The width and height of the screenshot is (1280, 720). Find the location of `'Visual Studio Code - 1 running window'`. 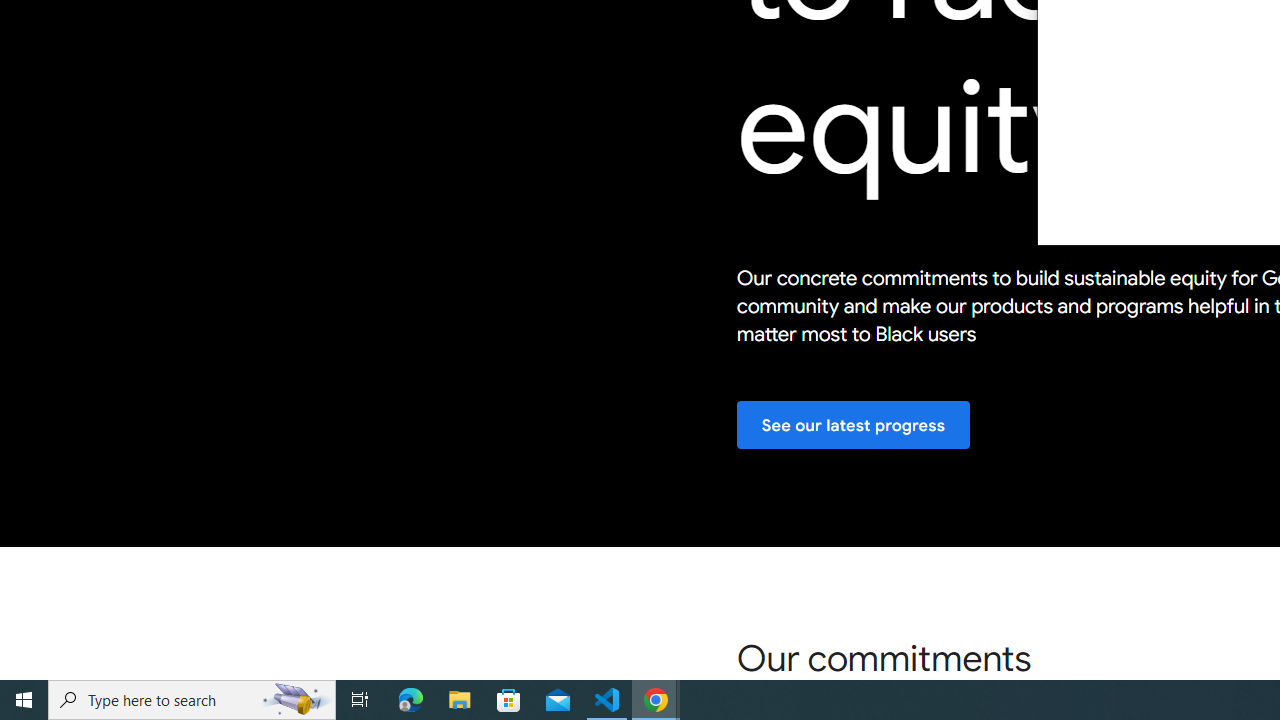

'Visual Studio Code - 1 running window' is located at coordinates (606, 698).